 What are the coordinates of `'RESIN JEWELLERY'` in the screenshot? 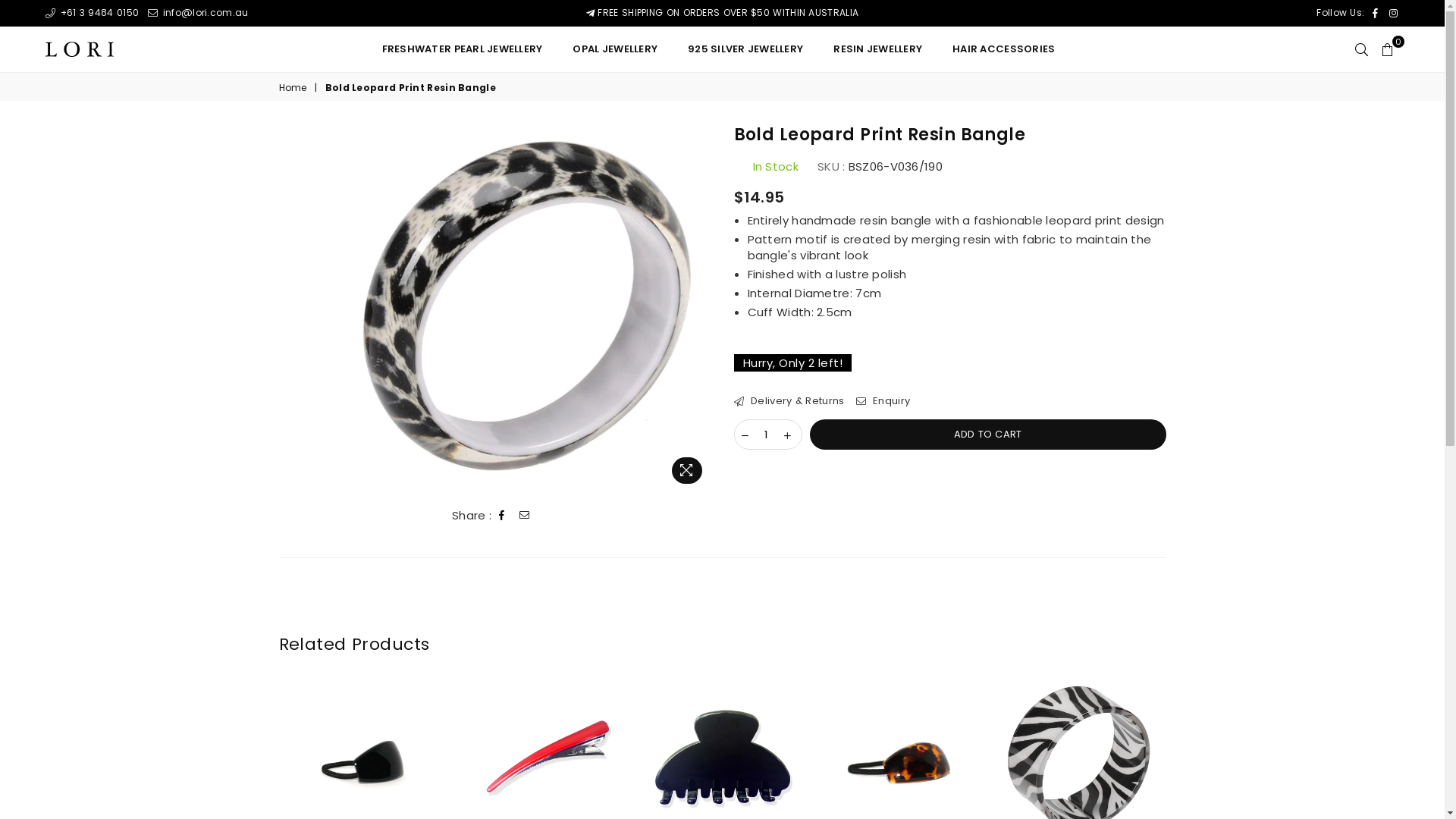 It's located at (877, 49).